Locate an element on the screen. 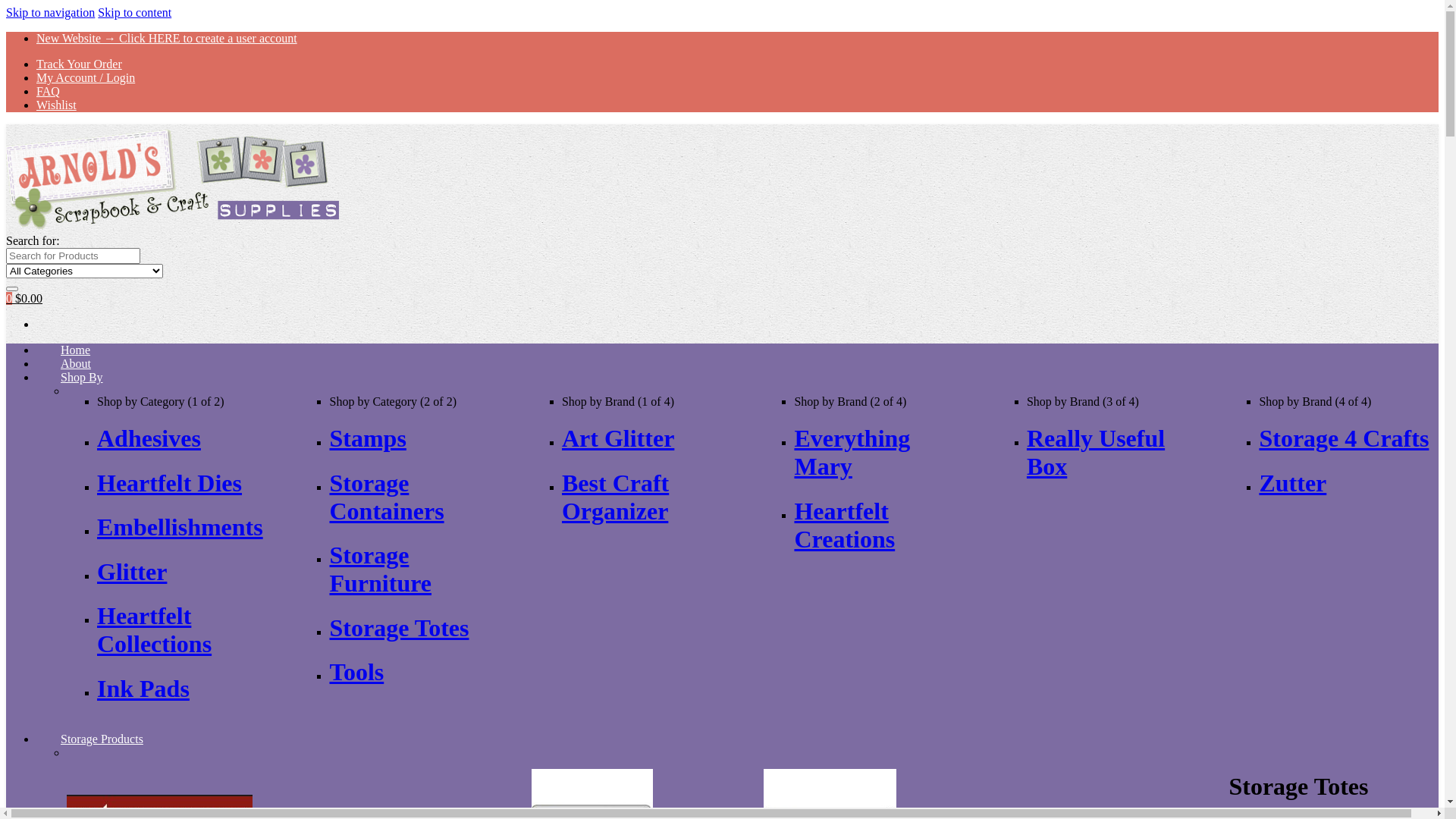 This screenshot has height=819, width=1456. 'Glitter' is located at coordinates (131, 571).